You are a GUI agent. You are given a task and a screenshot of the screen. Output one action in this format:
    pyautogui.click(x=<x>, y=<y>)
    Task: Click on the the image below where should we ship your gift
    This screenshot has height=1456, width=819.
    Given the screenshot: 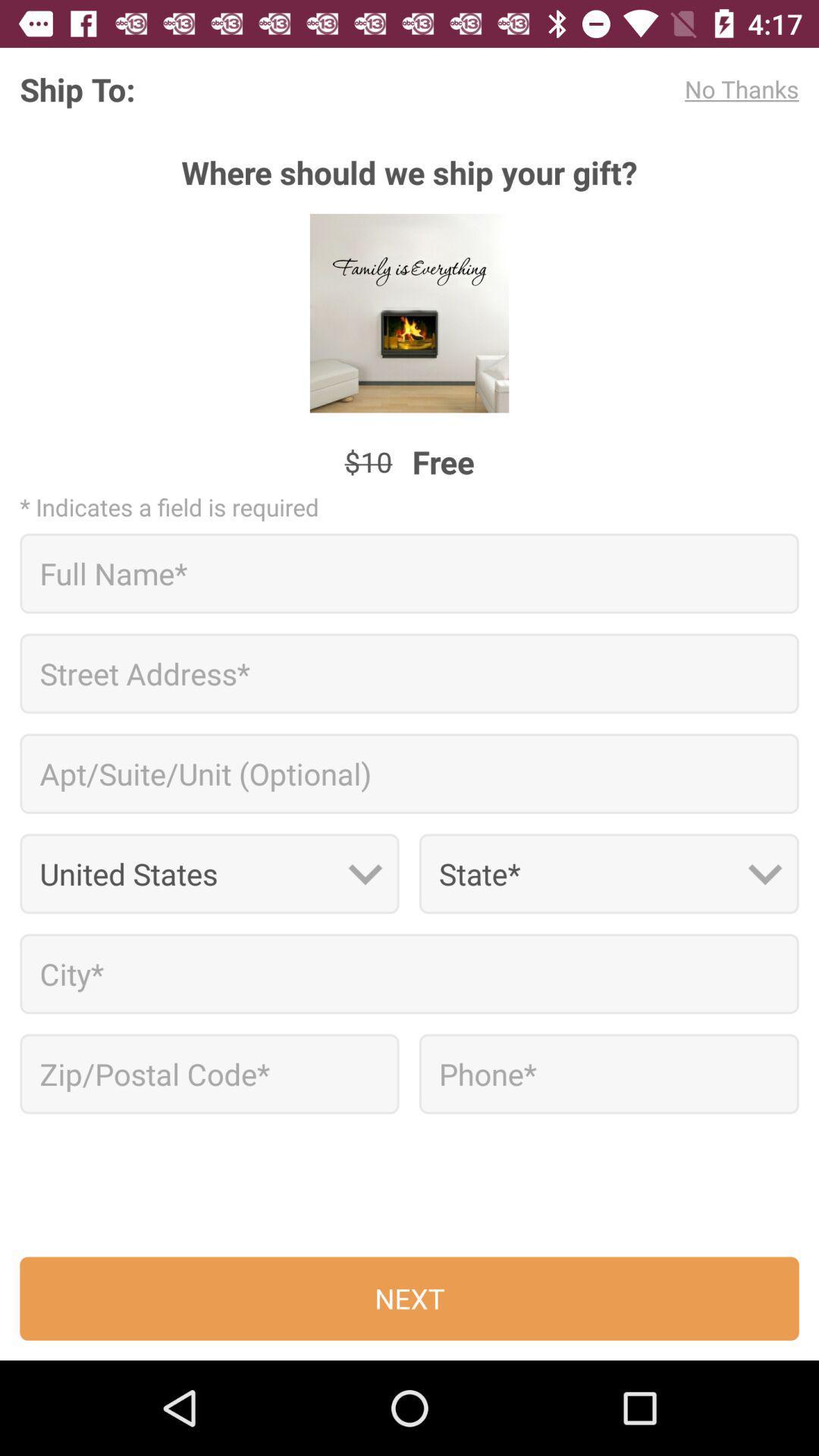 What is the action you would take?
    pyautogui.click(x=409, y=312)
    